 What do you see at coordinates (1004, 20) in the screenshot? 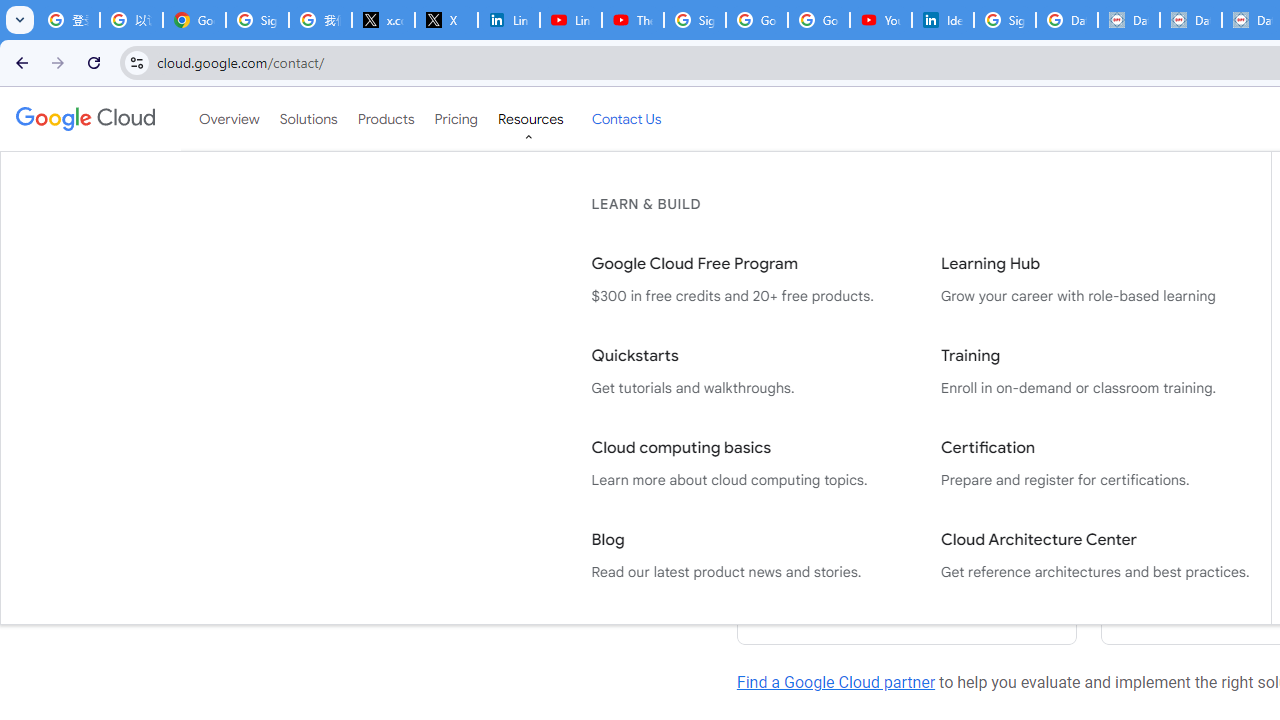
I see `'Sign in - Google Accounts'` at bounding box center [1004, 20].